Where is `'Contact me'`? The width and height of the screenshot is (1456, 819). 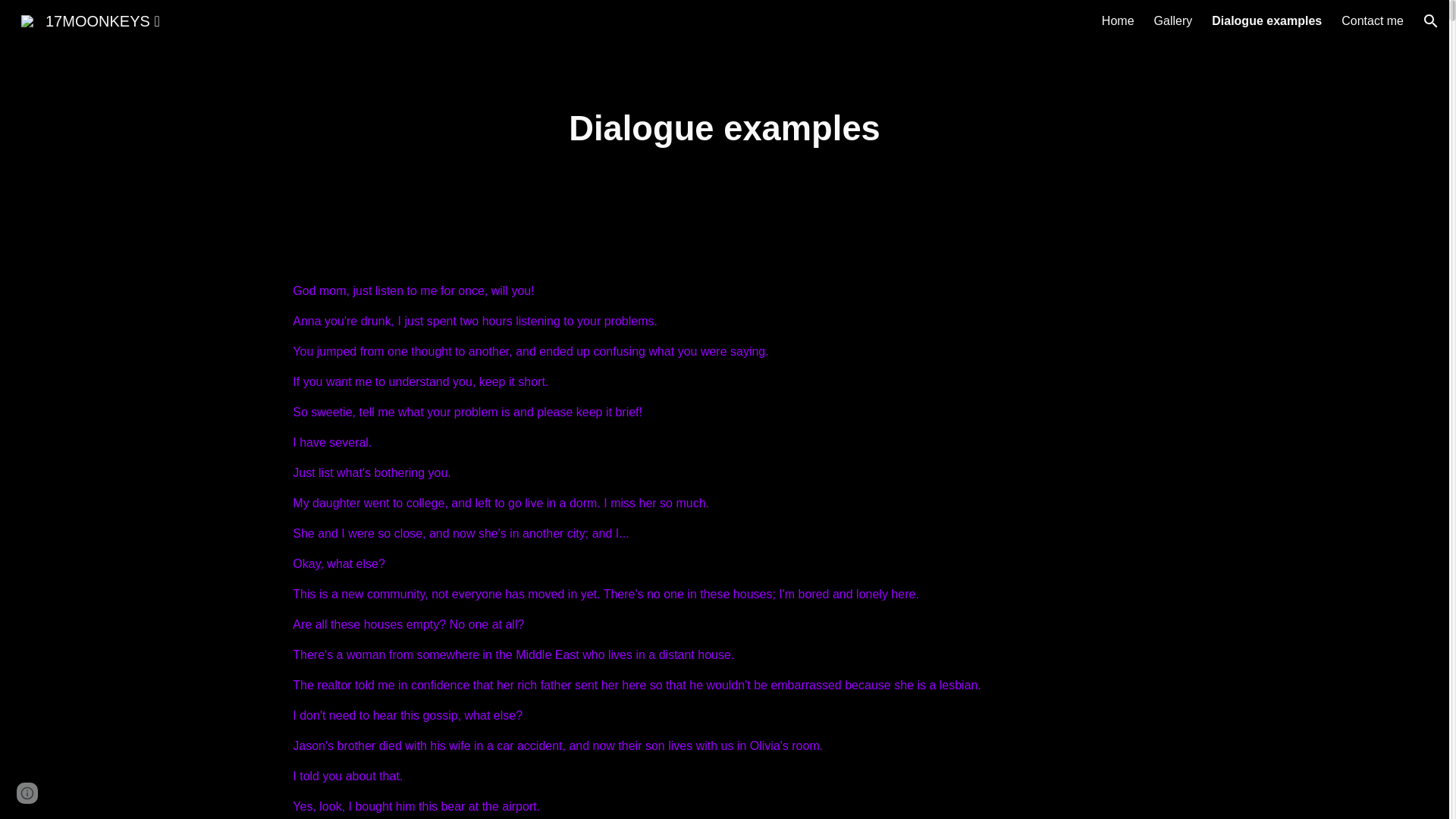 'Contact me' is located at coordinates (1372, 20).